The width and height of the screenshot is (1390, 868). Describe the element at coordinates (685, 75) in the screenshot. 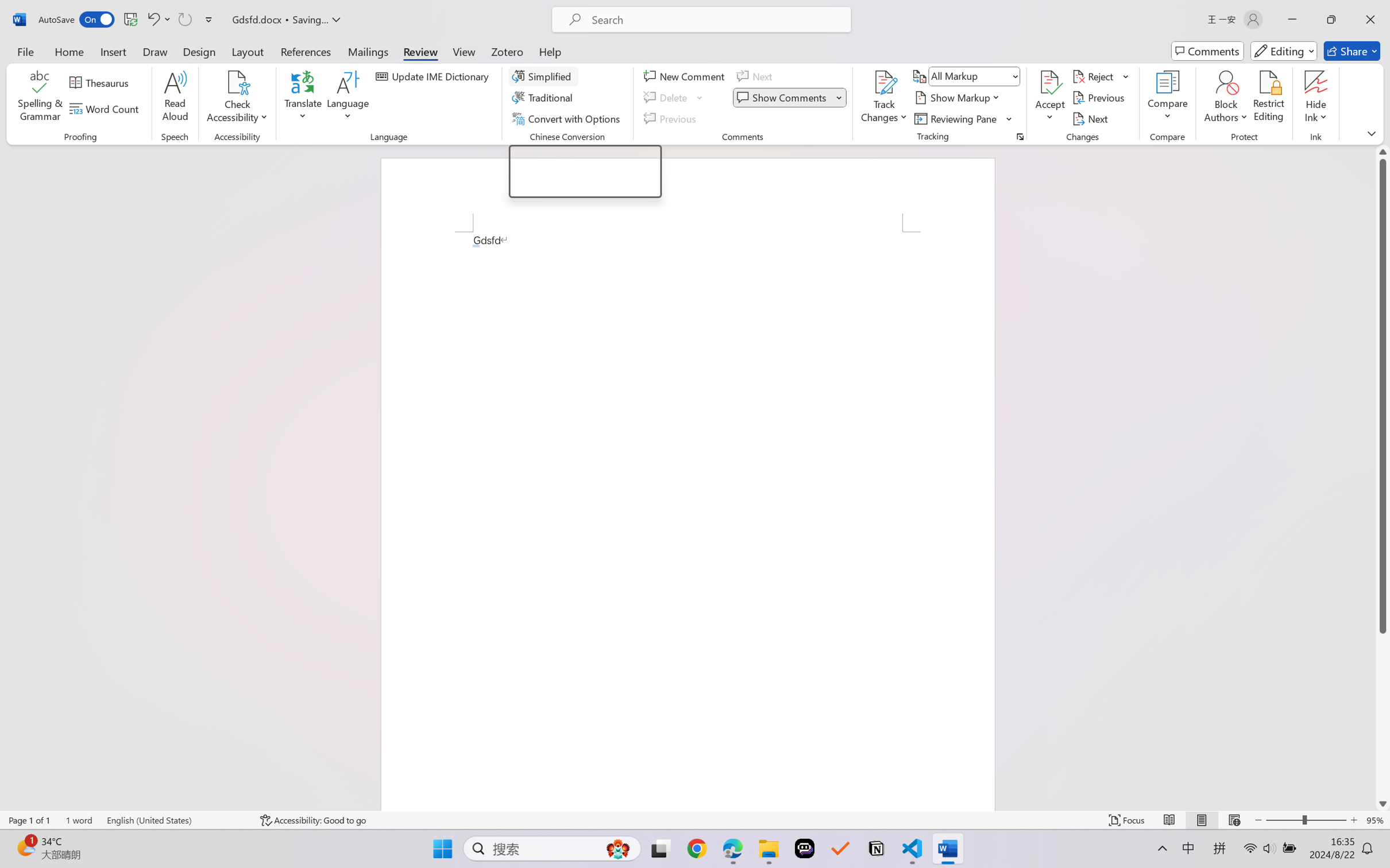

I see `'New Comment'` at that location.